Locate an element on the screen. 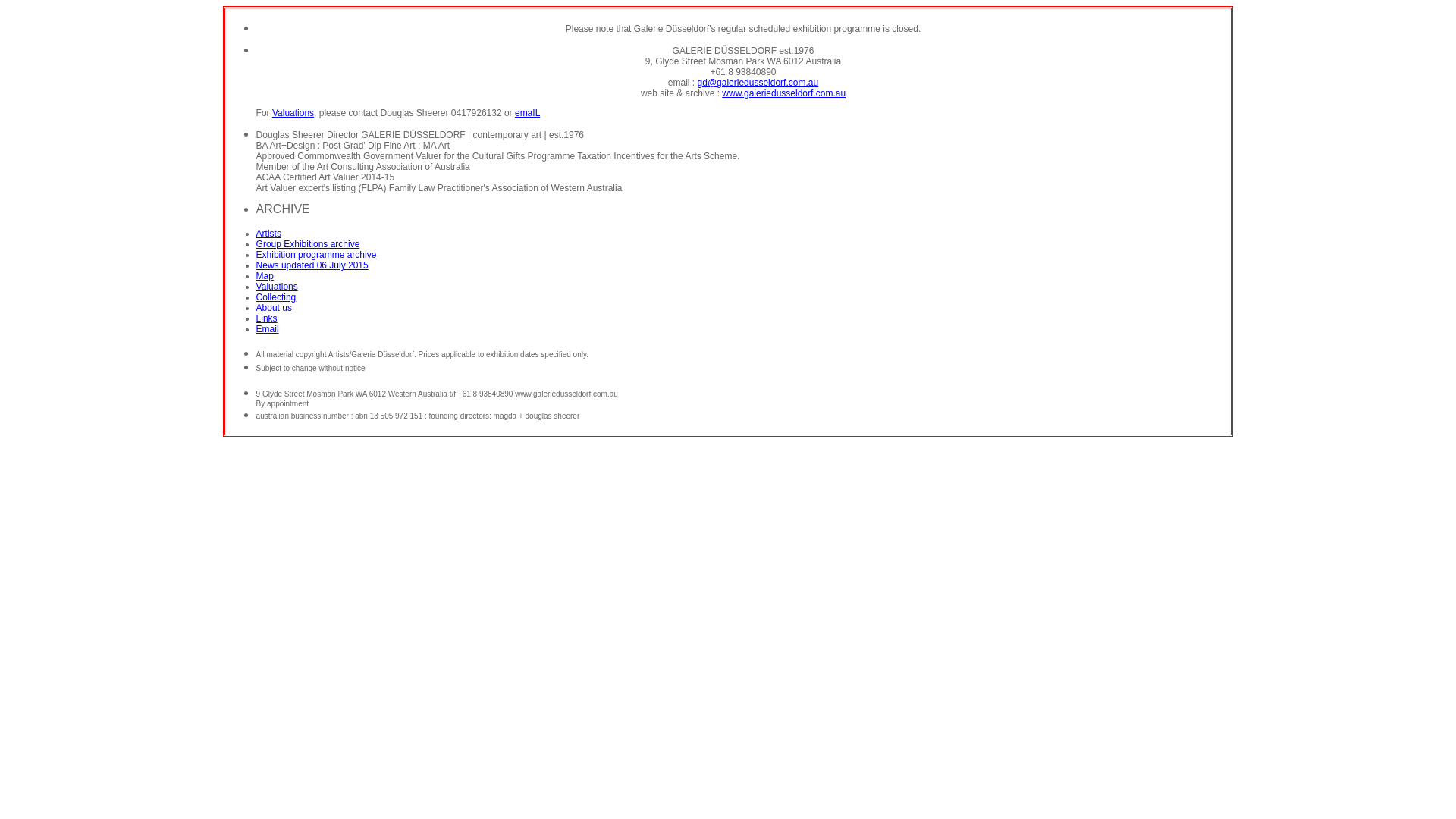  'Email' is located at coordinates (268, 328).